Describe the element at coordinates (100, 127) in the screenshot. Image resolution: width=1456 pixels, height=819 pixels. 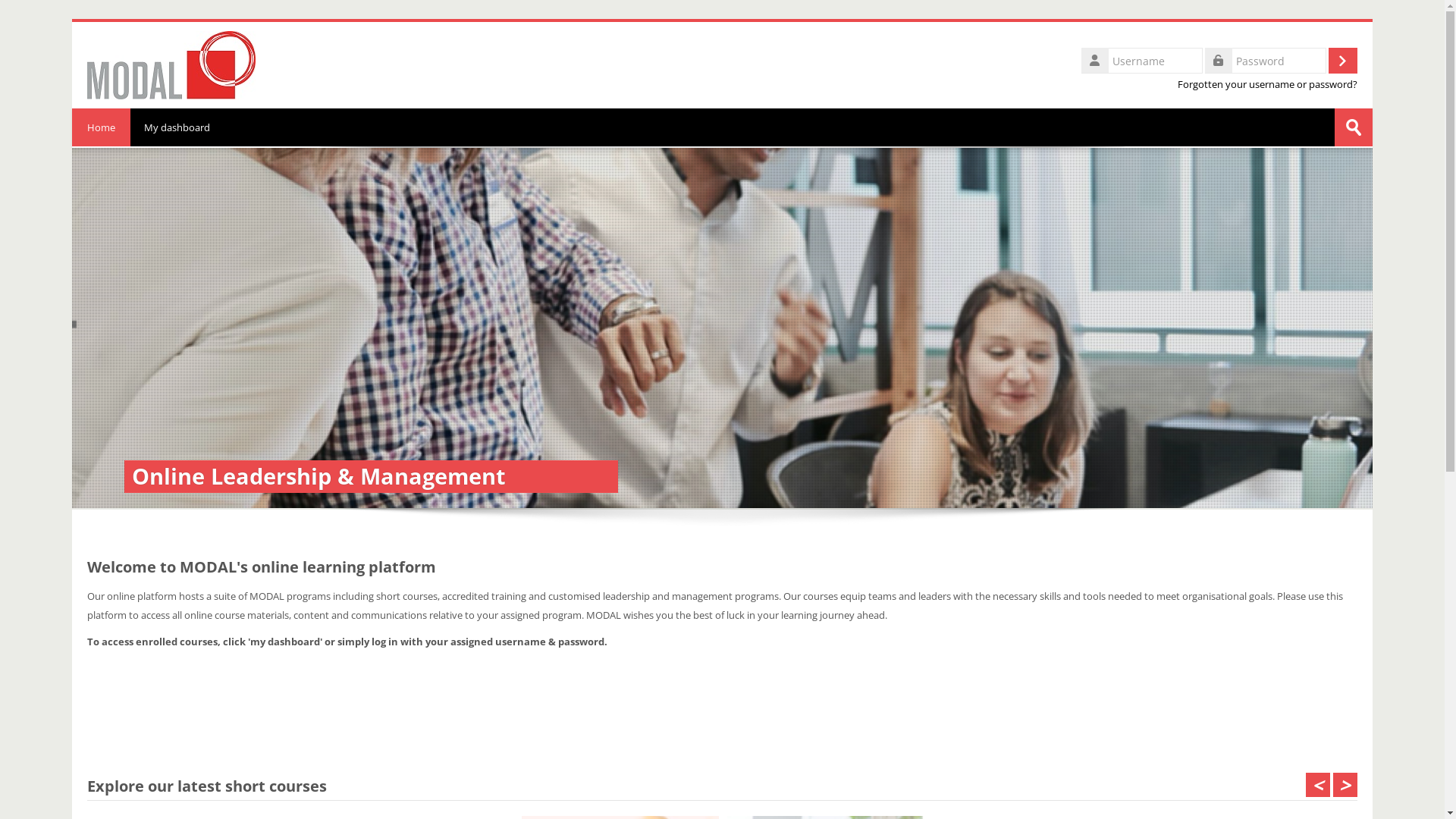
I see `'Home'` at that location.